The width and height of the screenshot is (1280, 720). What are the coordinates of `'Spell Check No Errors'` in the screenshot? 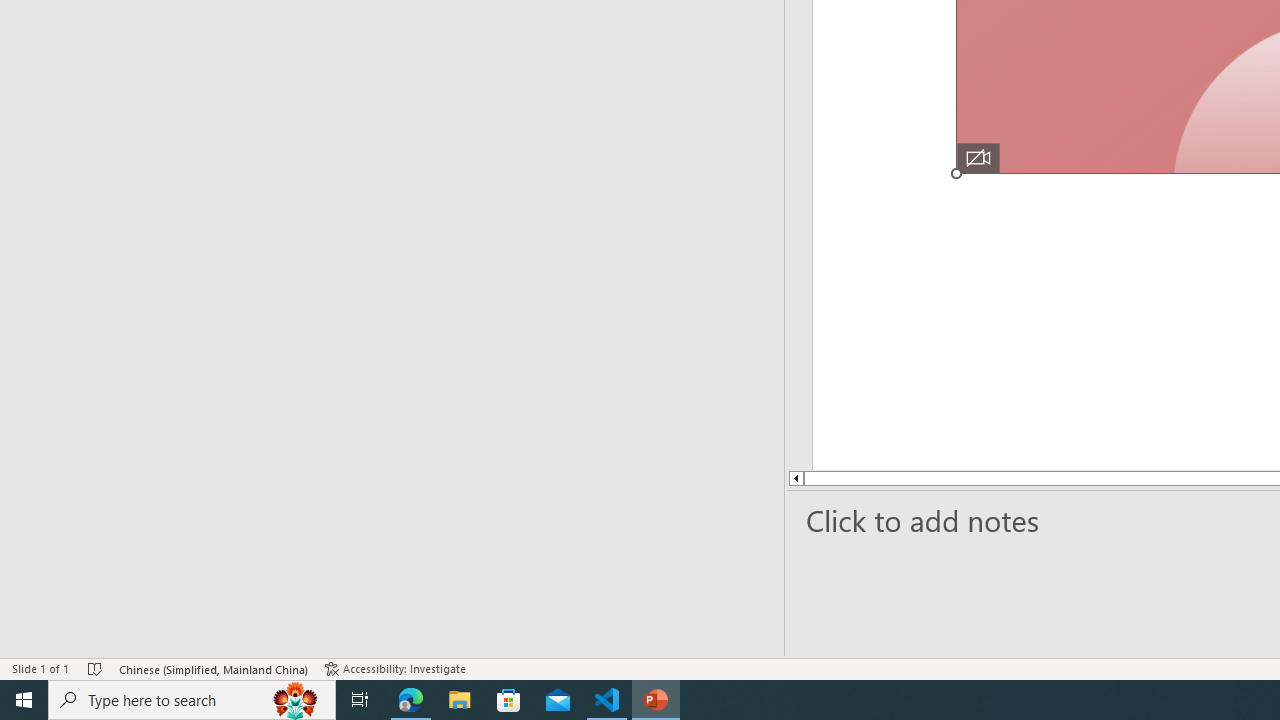 It's located at (95, 669).